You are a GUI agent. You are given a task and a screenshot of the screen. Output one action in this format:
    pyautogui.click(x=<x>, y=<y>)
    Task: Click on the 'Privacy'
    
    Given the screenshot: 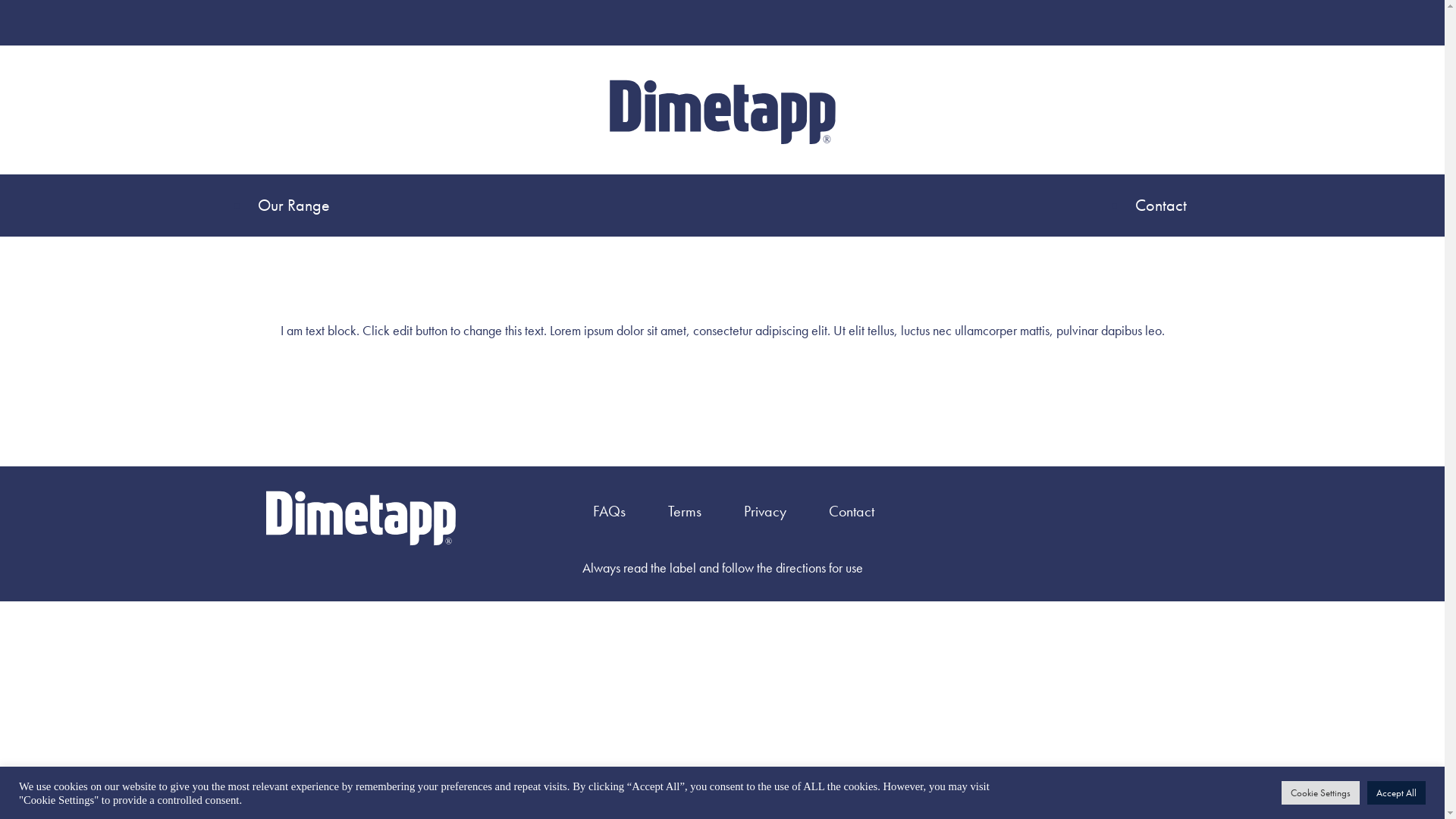 What is the action you would take?
    pyautogui.click(x=764, y=511)
    